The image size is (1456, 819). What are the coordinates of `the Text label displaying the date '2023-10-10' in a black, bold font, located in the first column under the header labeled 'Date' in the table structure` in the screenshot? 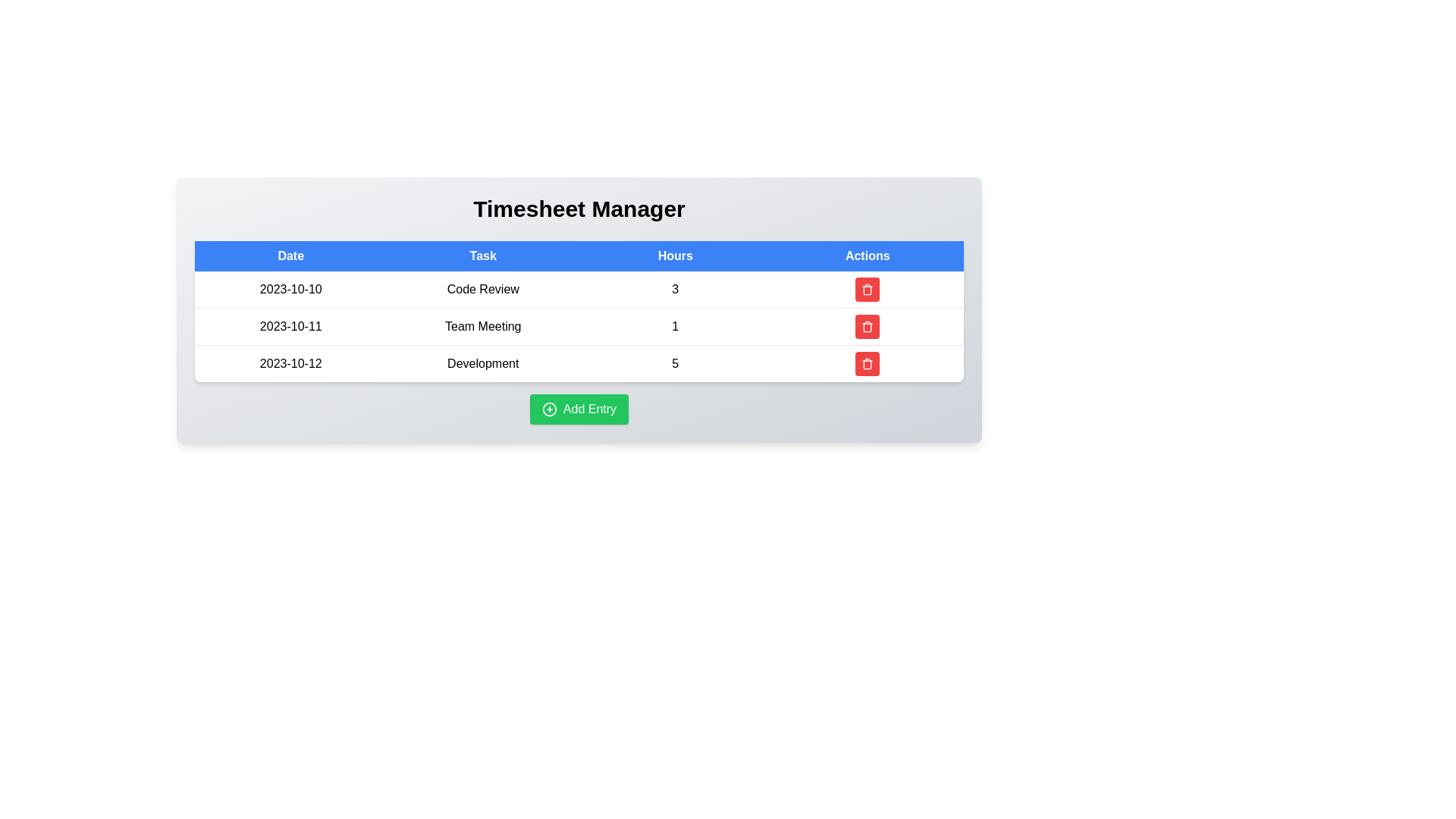 It's located at (290, 290).